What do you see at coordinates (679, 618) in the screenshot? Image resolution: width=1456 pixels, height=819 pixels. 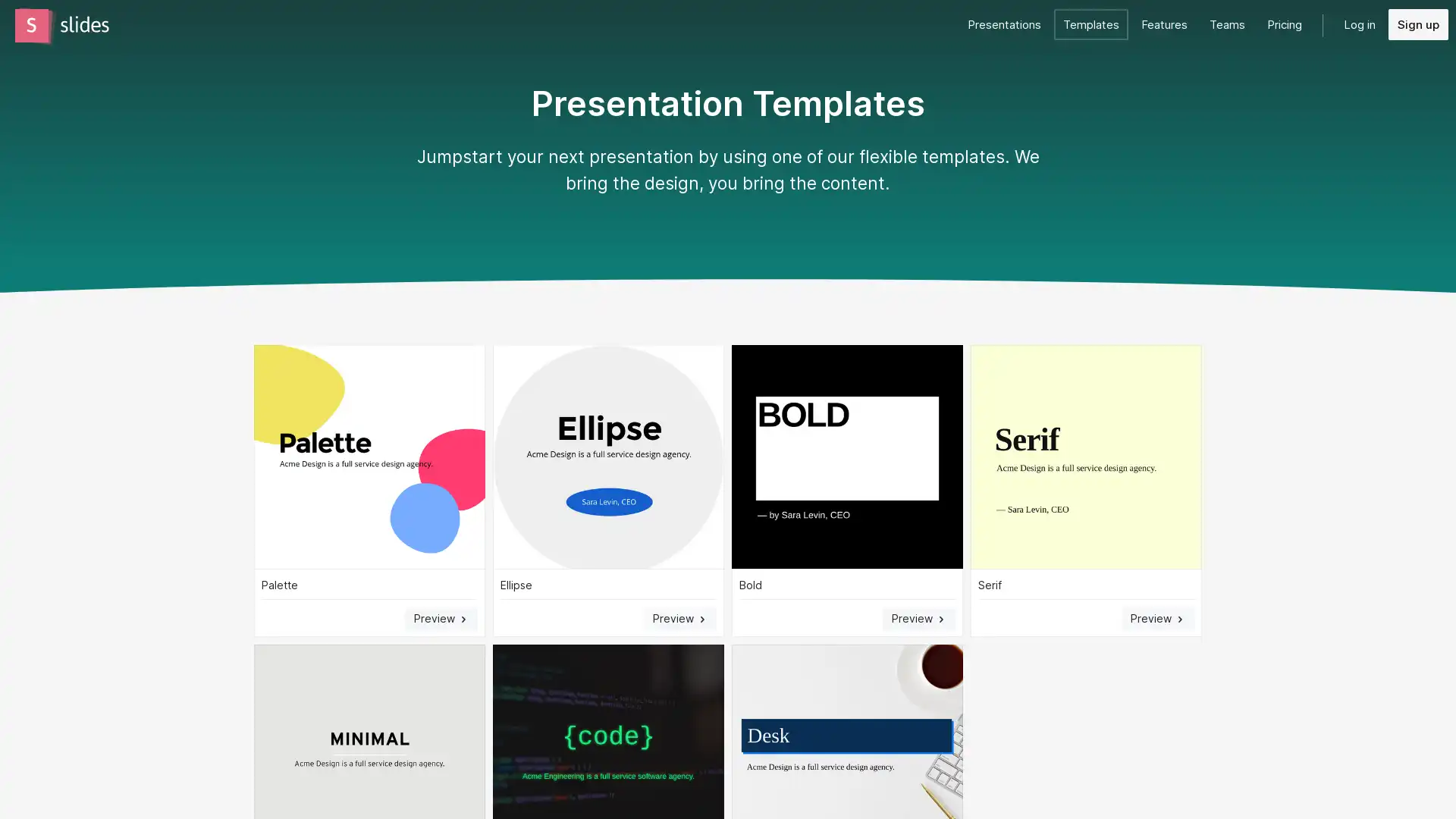 I see `Preview` at bounding box center [679, 618].